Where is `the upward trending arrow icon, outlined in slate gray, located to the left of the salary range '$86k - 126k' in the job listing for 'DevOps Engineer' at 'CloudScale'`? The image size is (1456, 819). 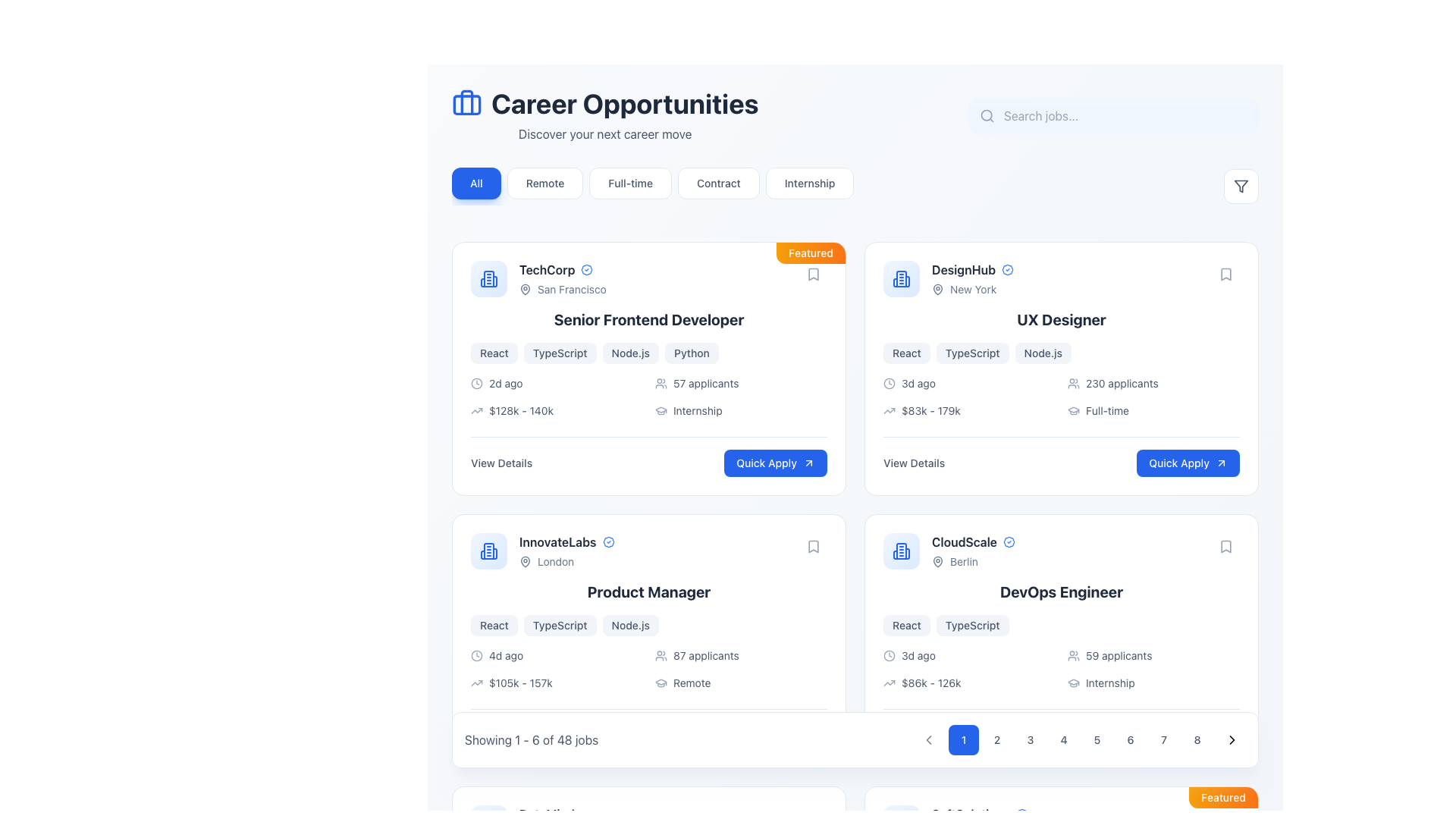
the upward trending arrow icon, outlined in slate gray, located to the left of the salary range '$86k - 126k' in the job listing for 'DevOps Engineer' at 'CloudScale' is located at coordinates (889, 683).